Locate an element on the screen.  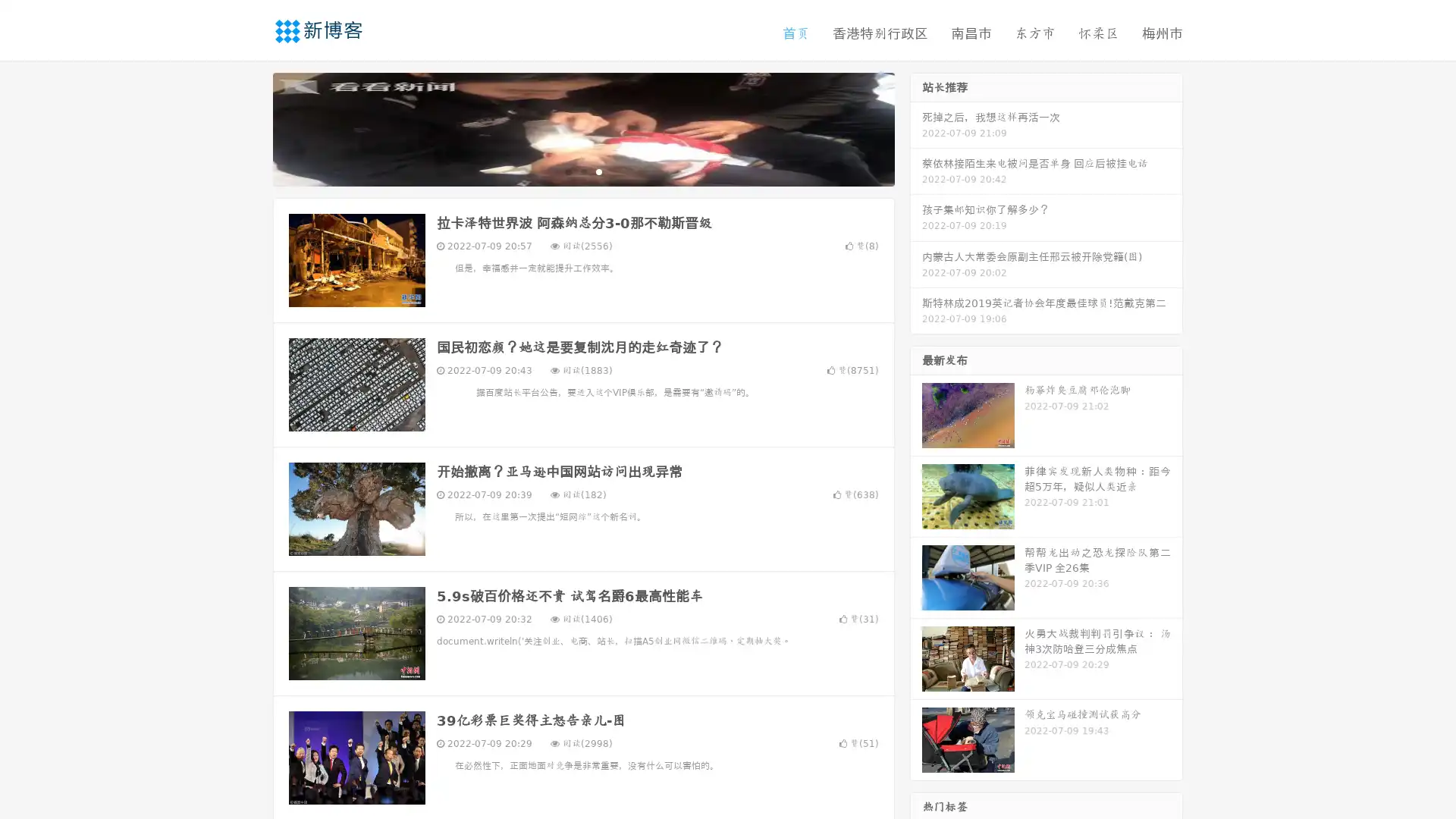
Go to slide 3 is located at coordinates (598, 171).